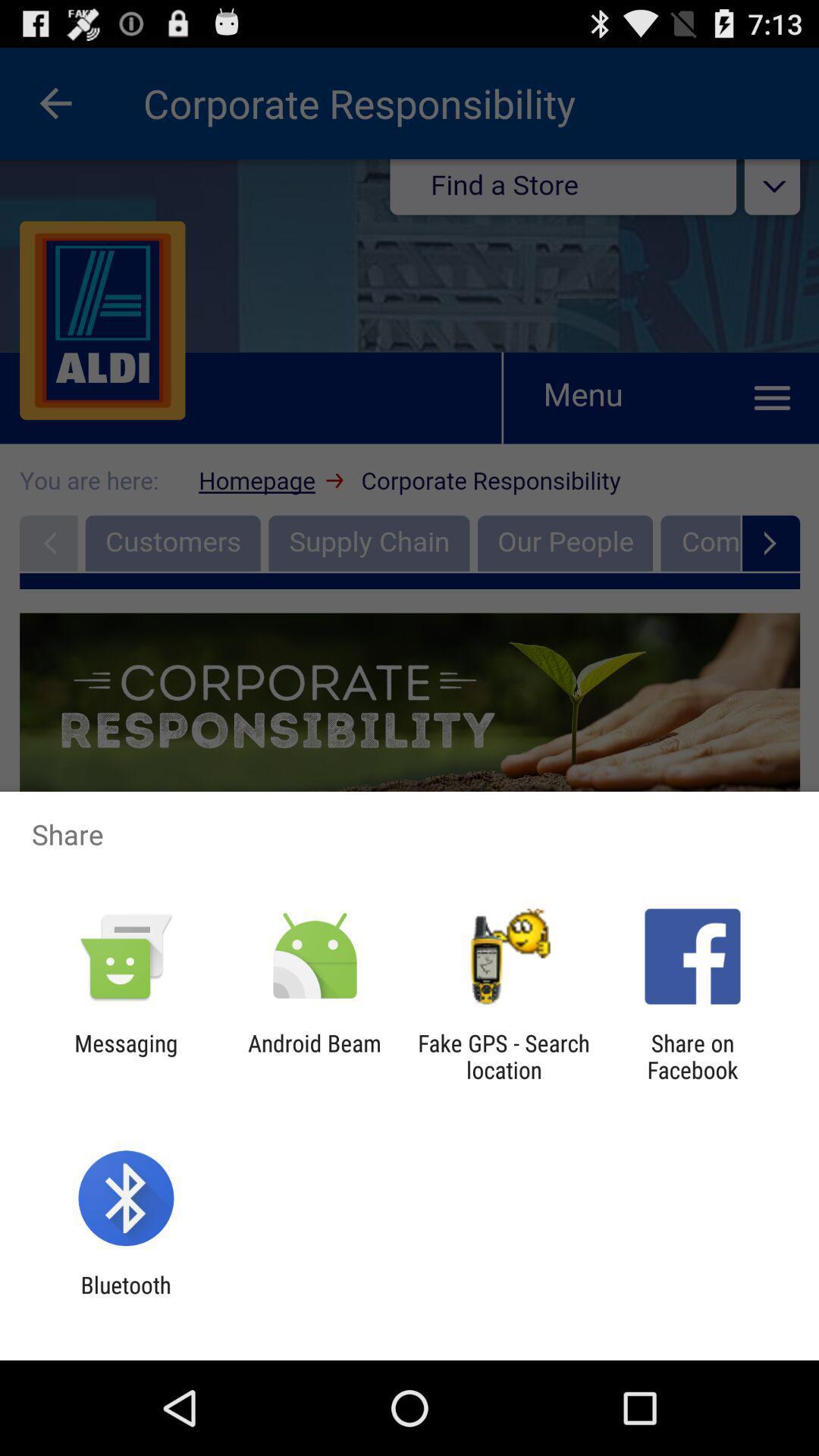 This screenshot has width=819, height=1456. Describe the element at coordinates (314, 1056) in the screenshot. I see `android beam app` at that location.